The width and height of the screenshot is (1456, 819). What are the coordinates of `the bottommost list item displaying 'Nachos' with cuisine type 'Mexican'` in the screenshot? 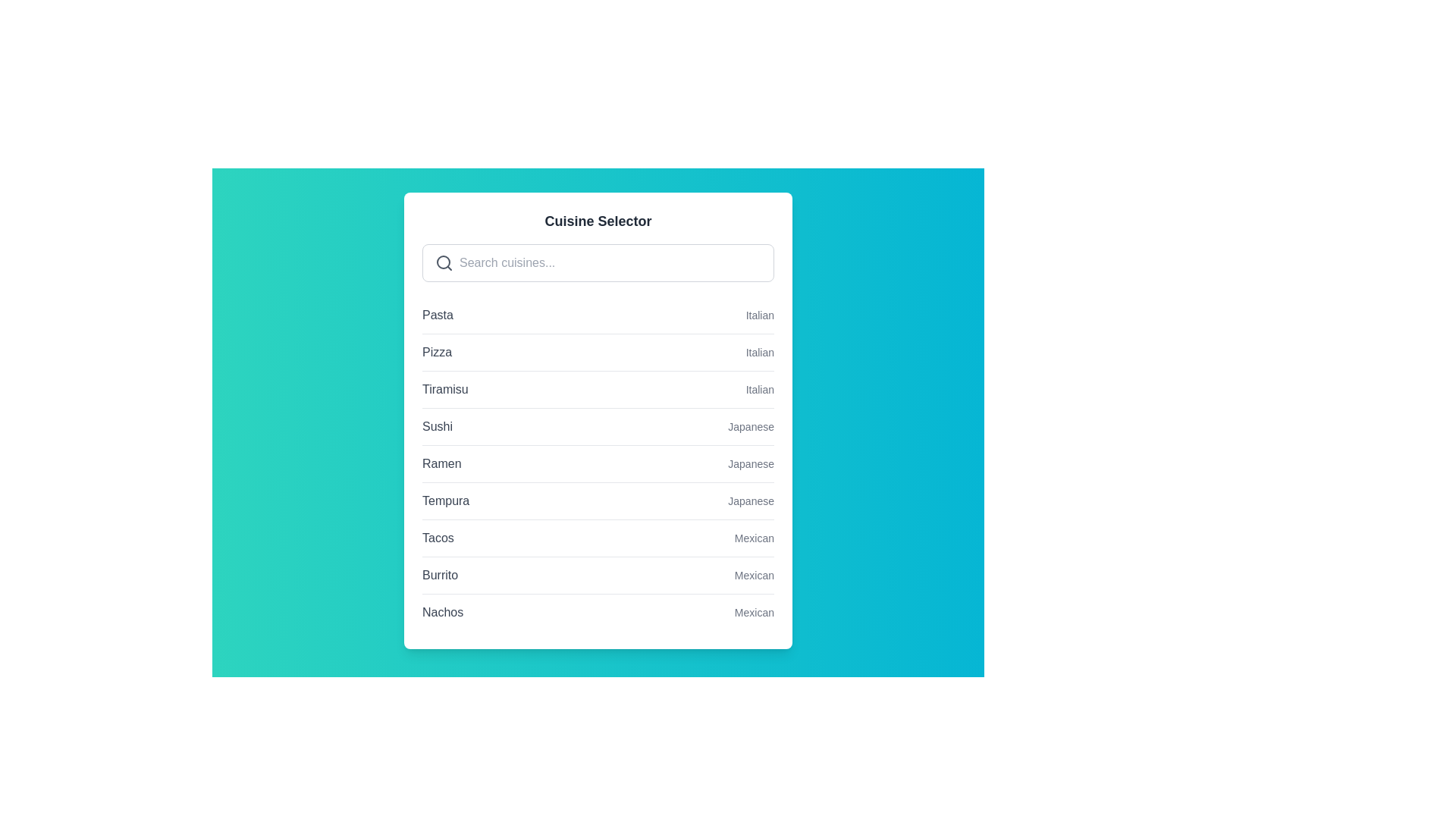 It's located at (597, 611).